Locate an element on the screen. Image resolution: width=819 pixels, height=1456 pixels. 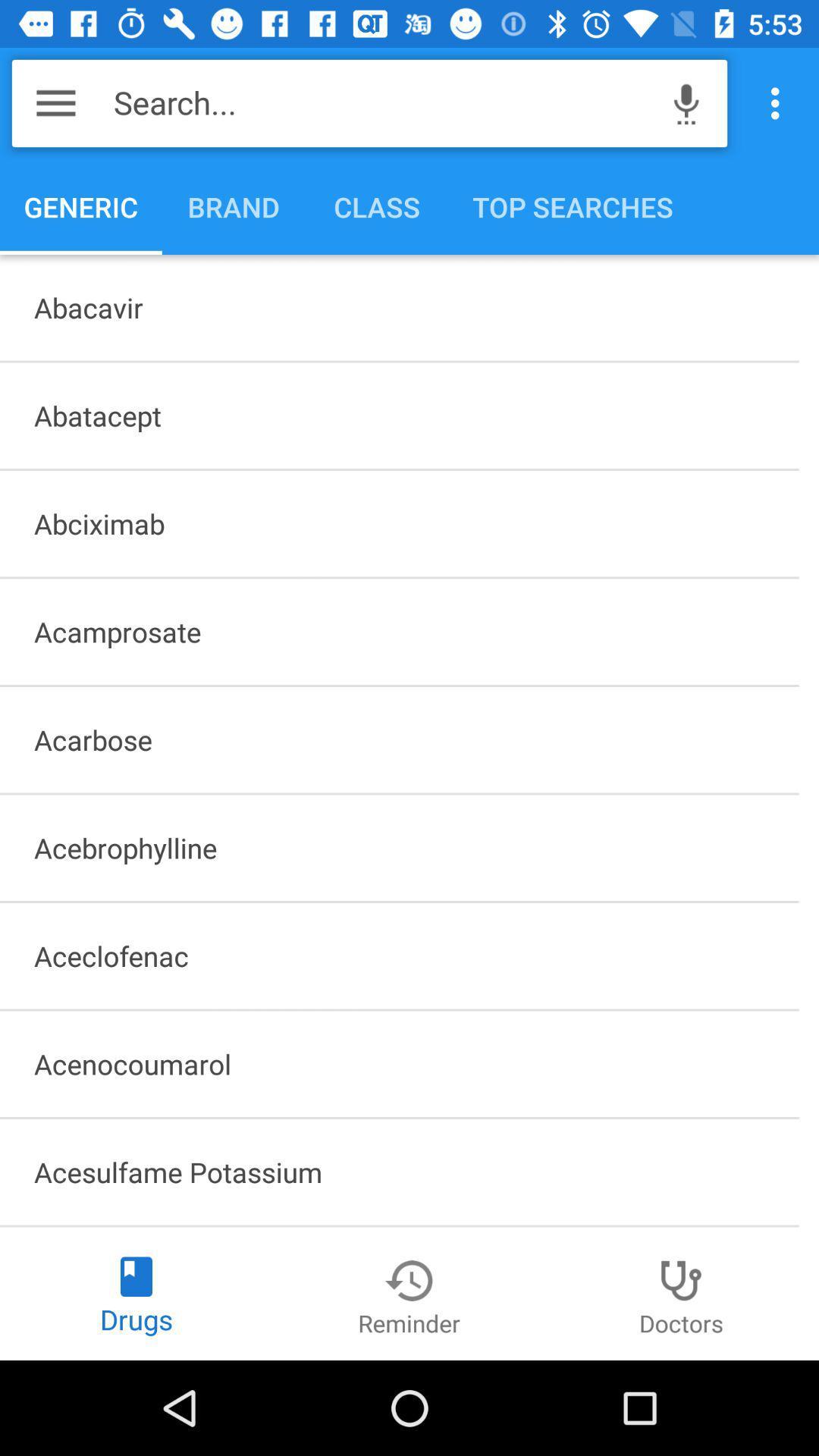
item below acenocoumarol icon is located at coordinates (398, 1171).